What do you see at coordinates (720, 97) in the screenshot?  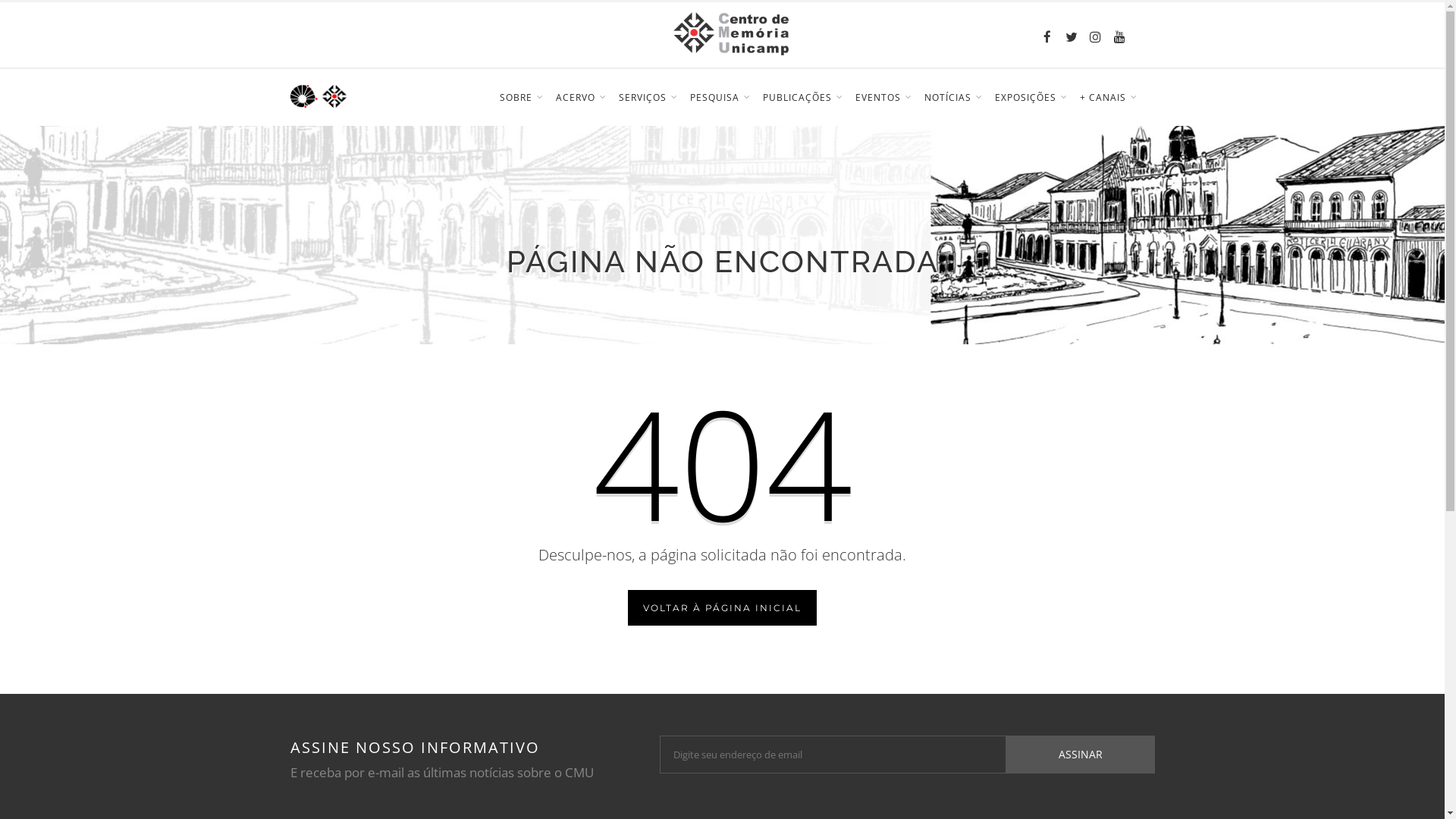 I see `'PESQUISA'` at bounding box center [720, 97].